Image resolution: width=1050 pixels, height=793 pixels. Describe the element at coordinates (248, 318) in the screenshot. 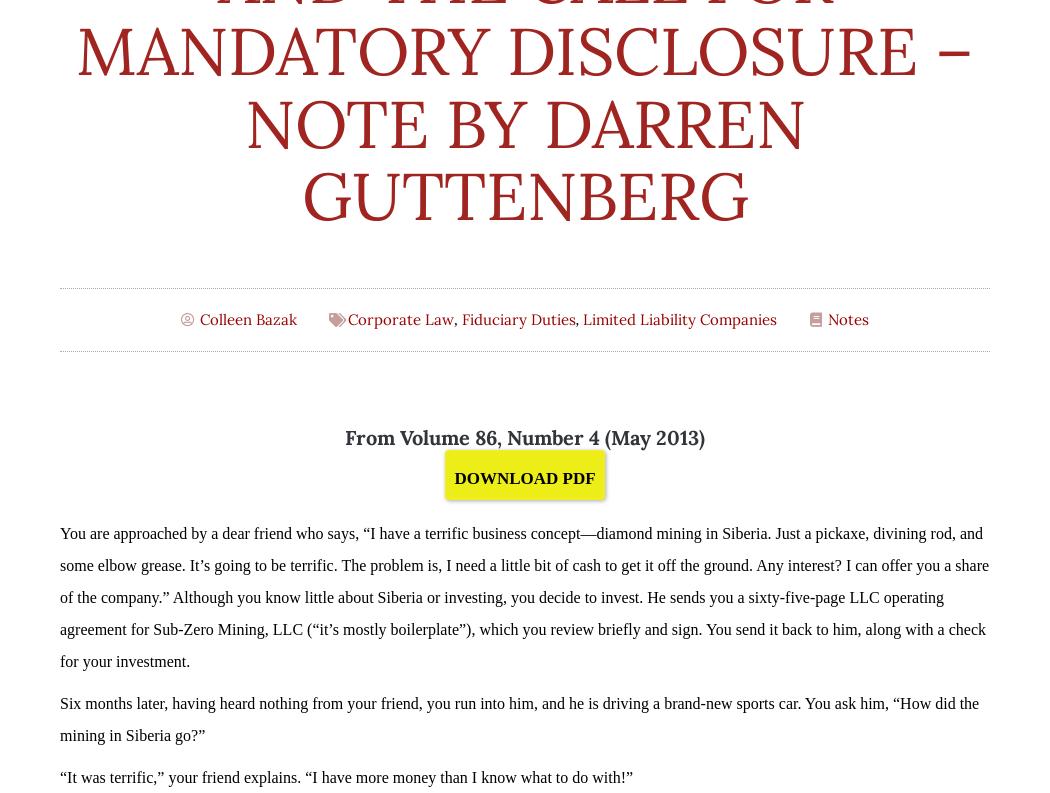

I see `'Colleen Bazak'` at that location.